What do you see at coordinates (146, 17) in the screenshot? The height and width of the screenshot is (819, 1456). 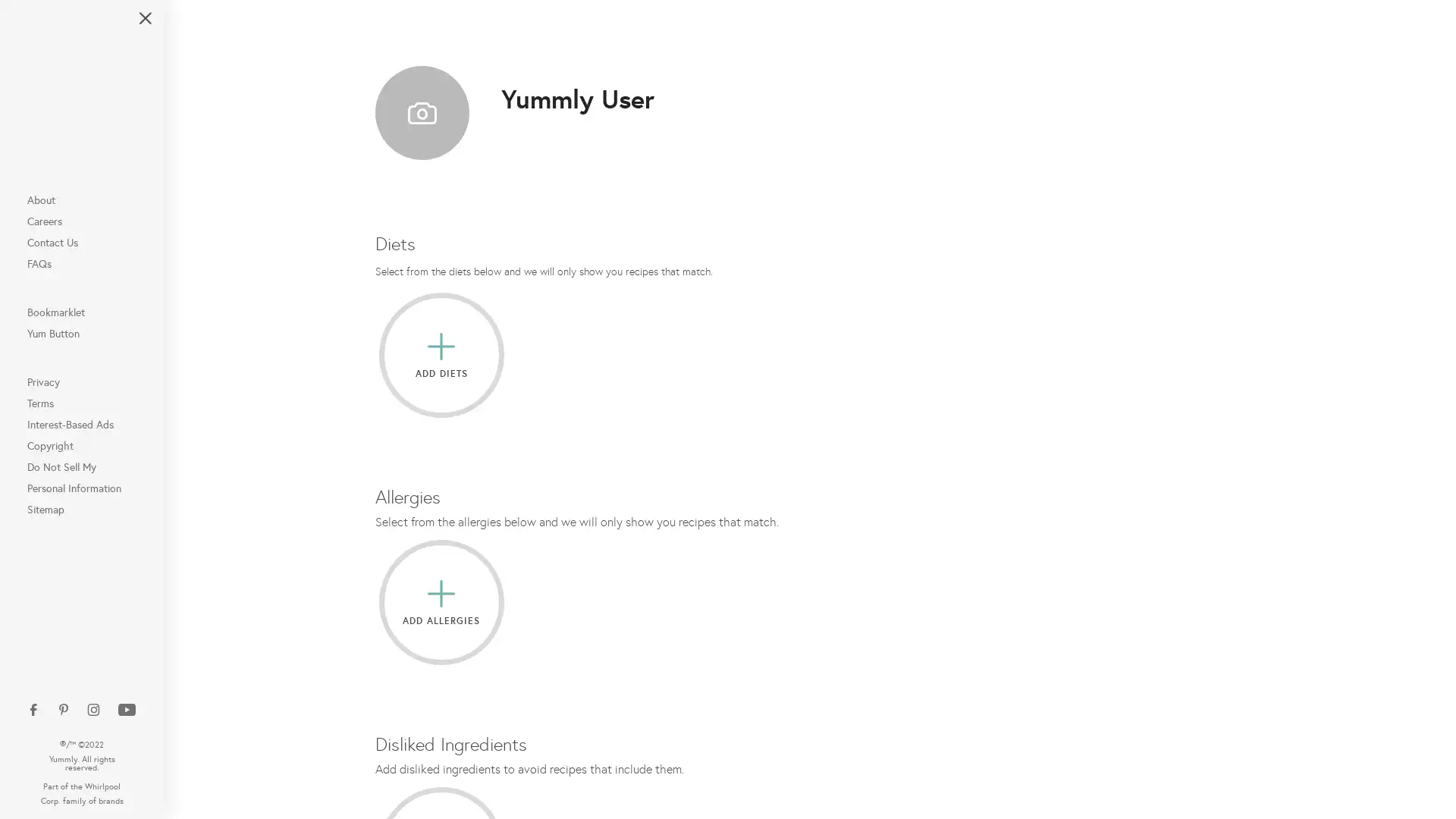 I see `Close Navigation` at bounding box center [146, 17].